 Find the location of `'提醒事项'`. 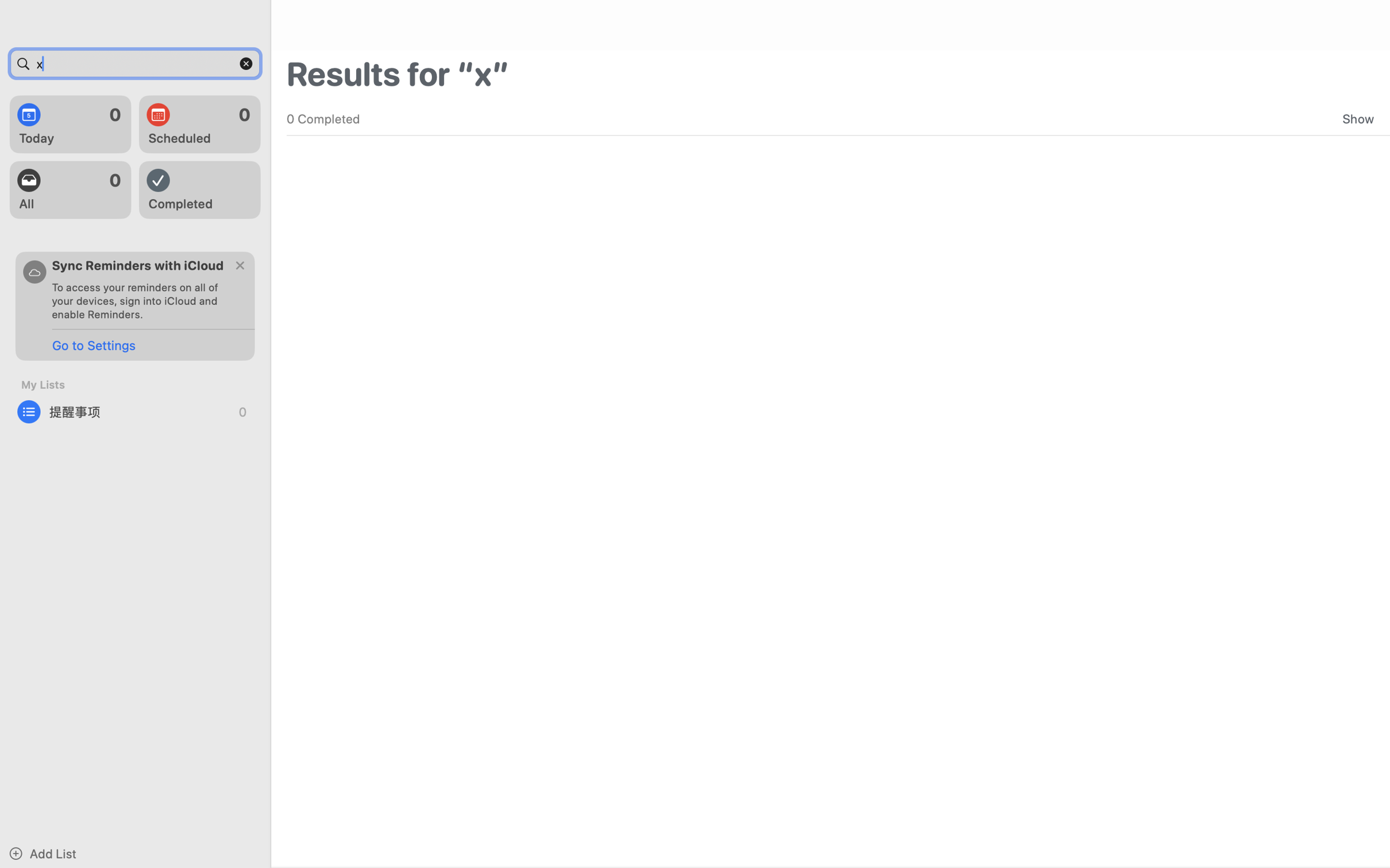

'提醒事项' is located at coordinates (135, 412).